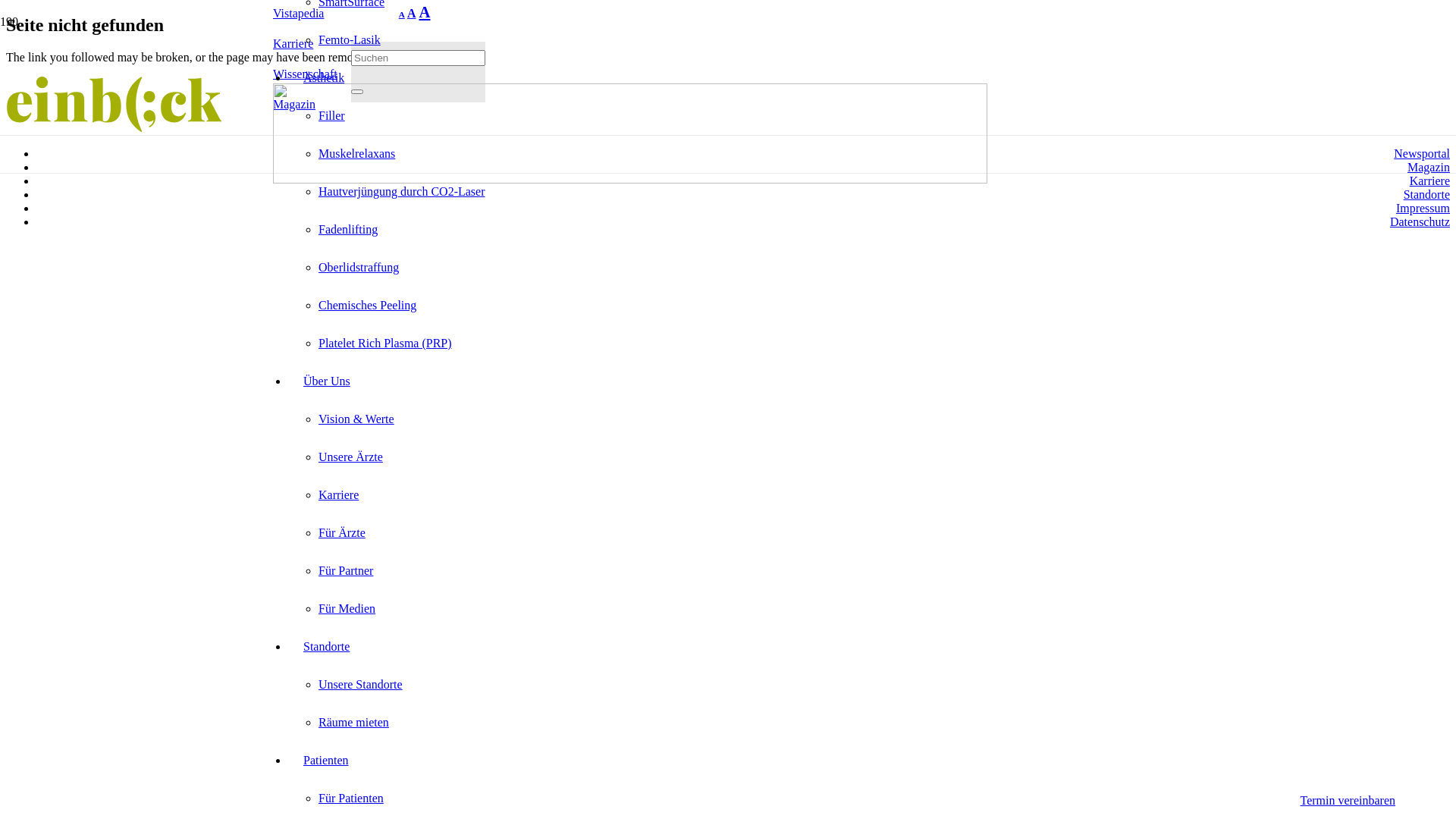 The height and width of the screenshot is (819, 1456). I want to click on 'Unsere Standorte', so click(318, 684).